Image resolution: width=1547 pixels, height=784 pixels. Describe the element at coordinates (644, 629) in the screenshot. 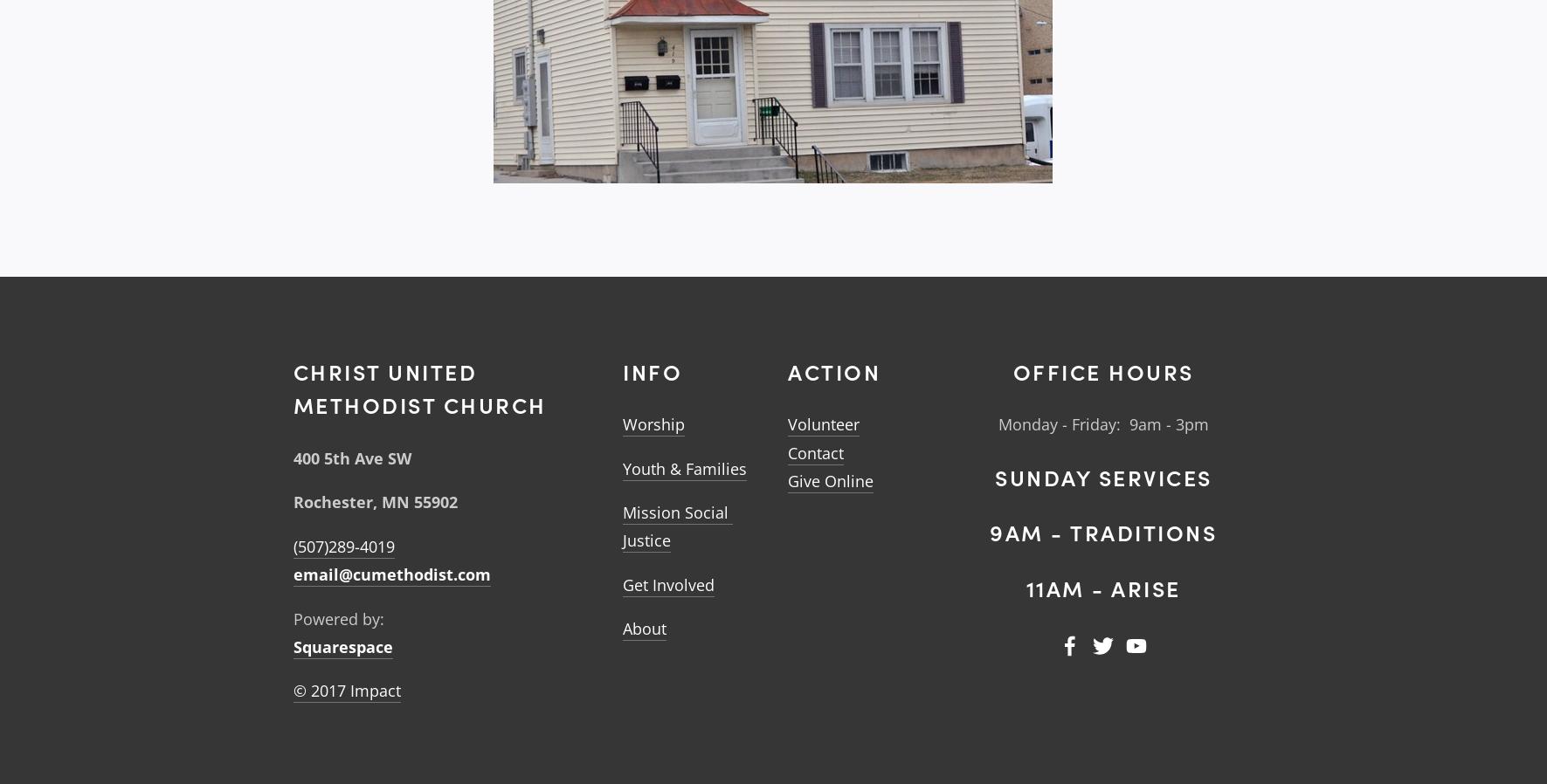

I see `'About'` at that location.